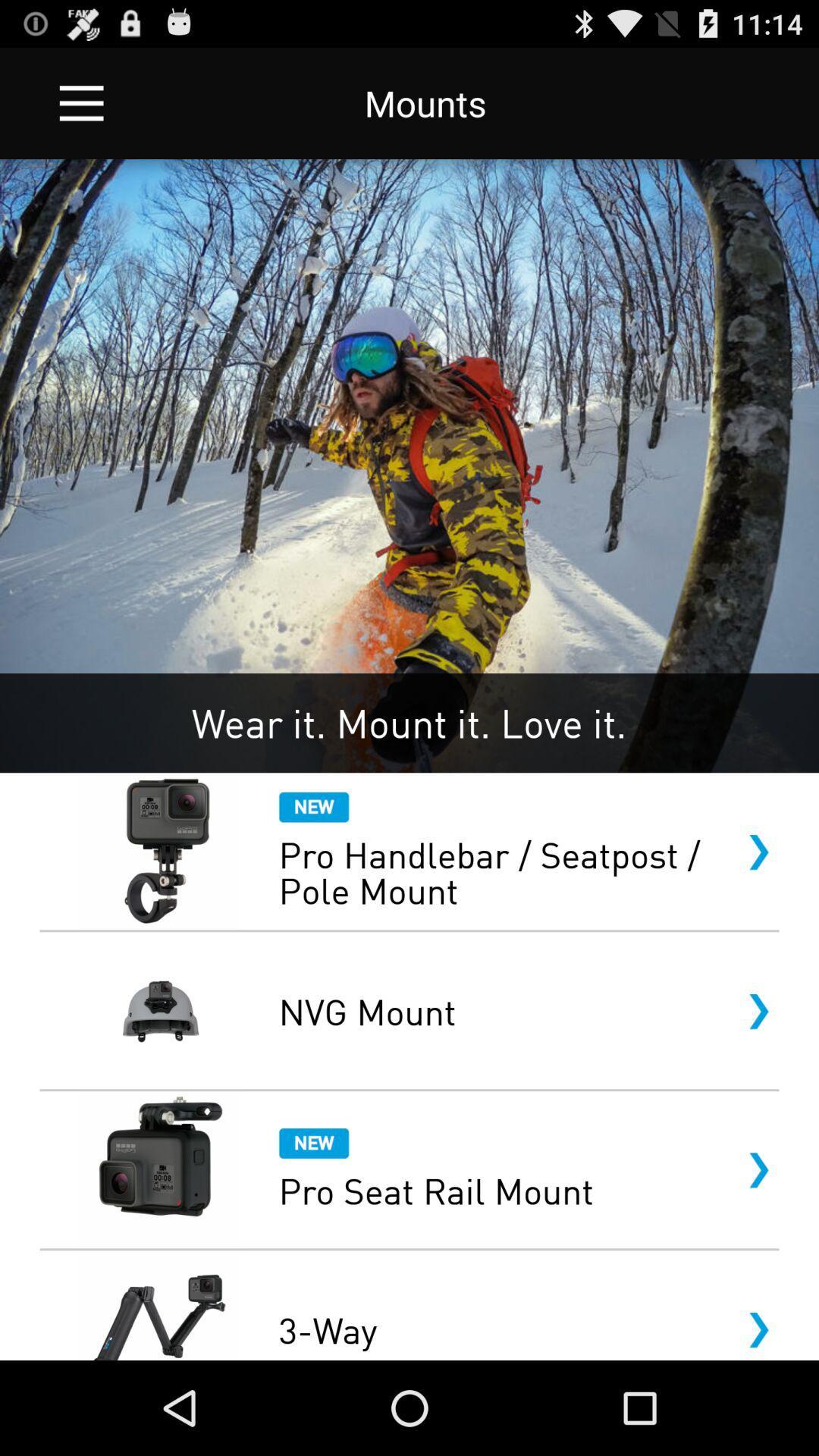 This screenshot has width=819, height=1456. What do you see at coordinates (81, 102) in the screenshot?
I see `main menu` at bounding box center [81, 102].